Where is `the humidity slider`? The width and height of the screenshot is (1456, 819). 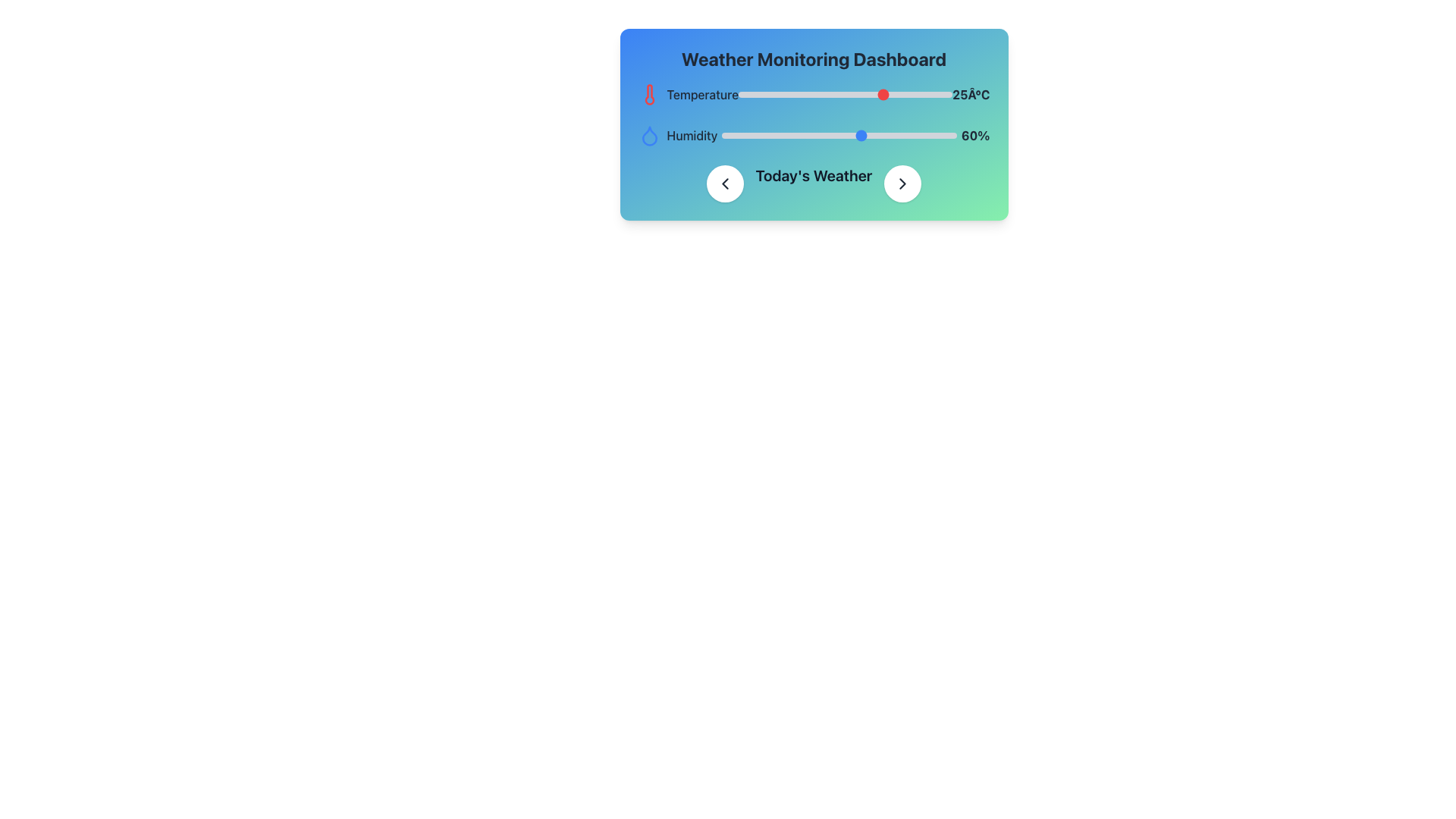
the humidity slider is located at coordinates (877, 134).